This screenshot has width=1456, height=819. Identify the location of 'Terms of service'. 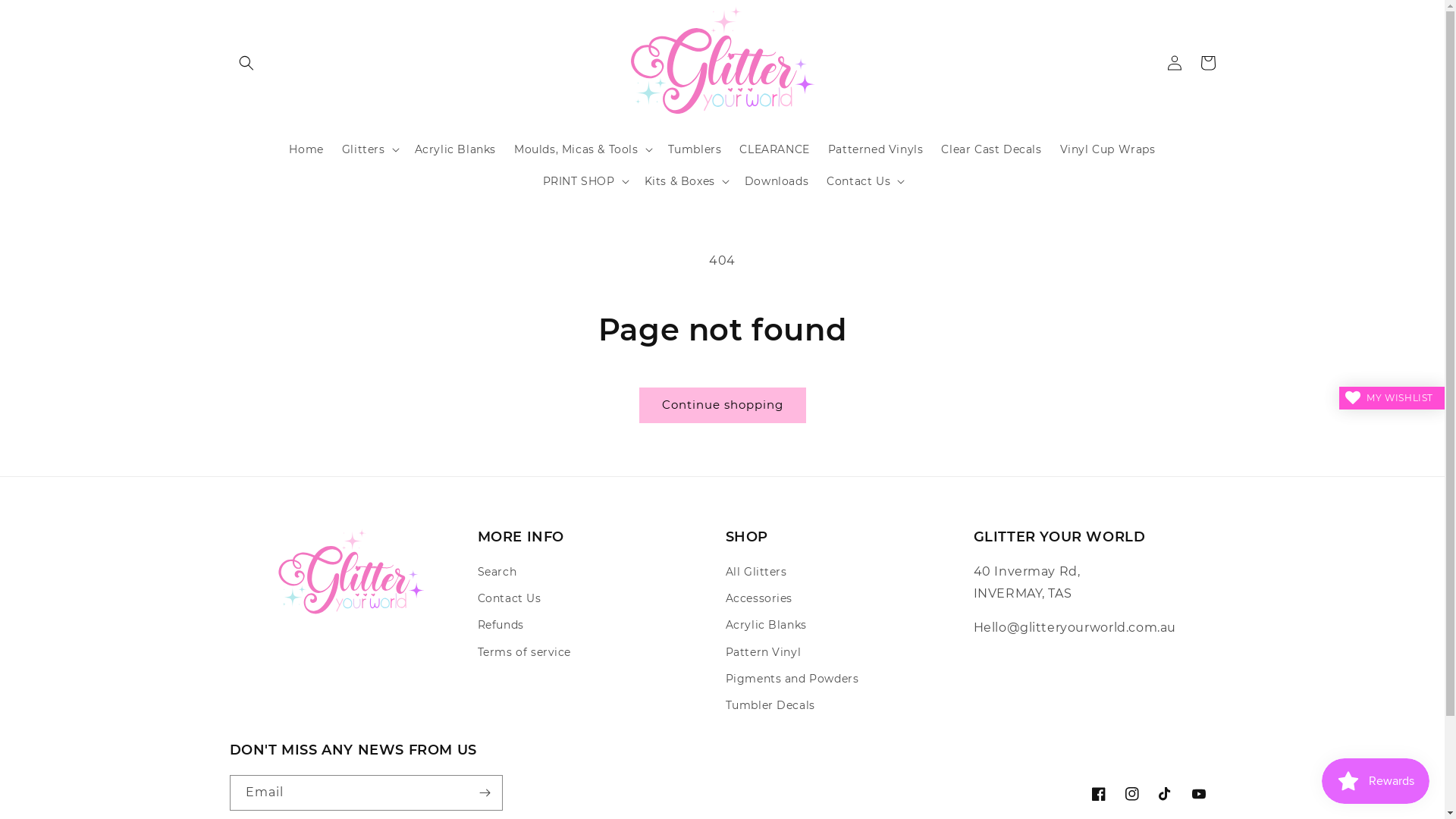
(524, 651).